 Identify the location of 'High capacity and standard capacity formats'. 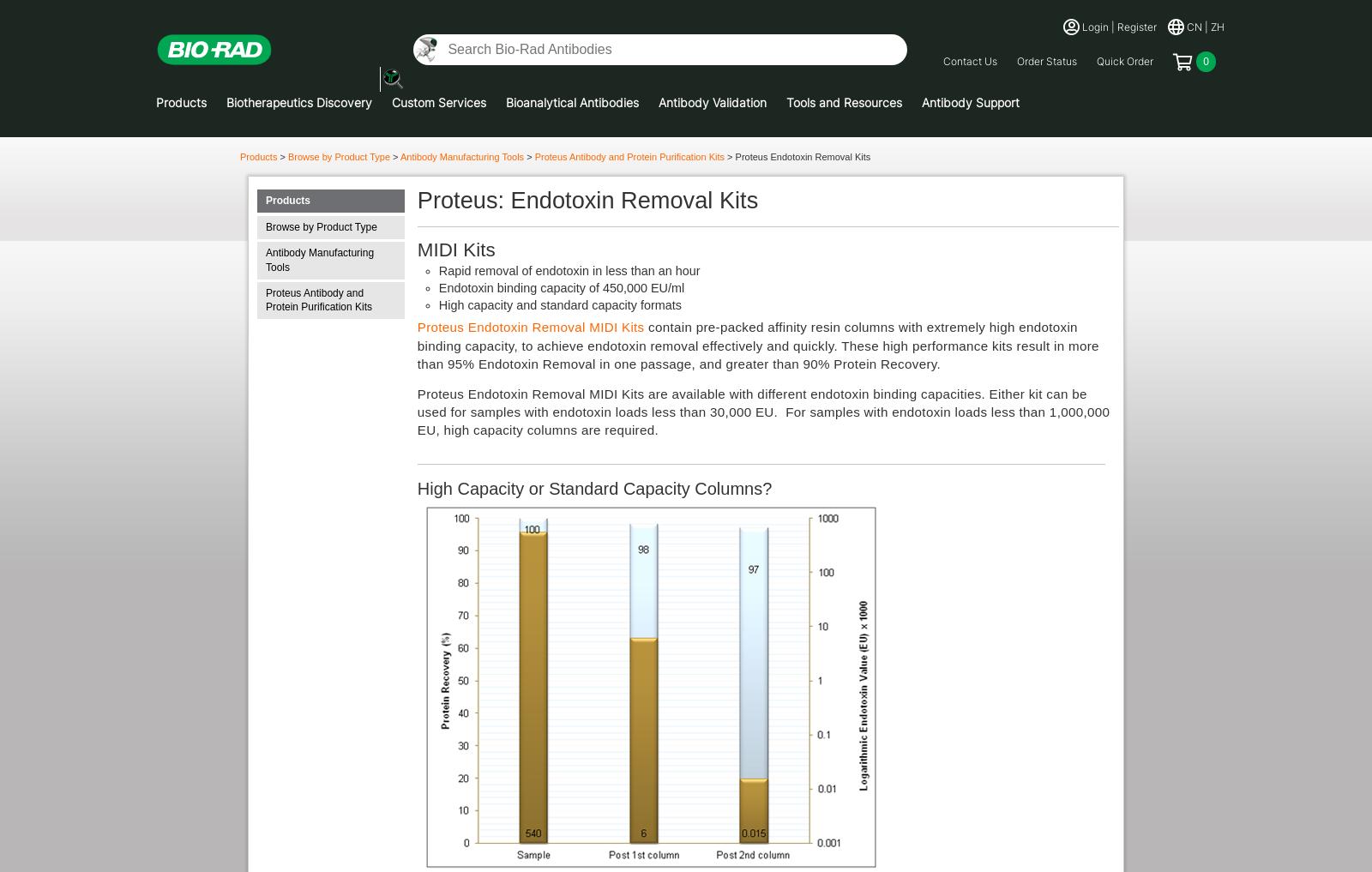
(559, 304).